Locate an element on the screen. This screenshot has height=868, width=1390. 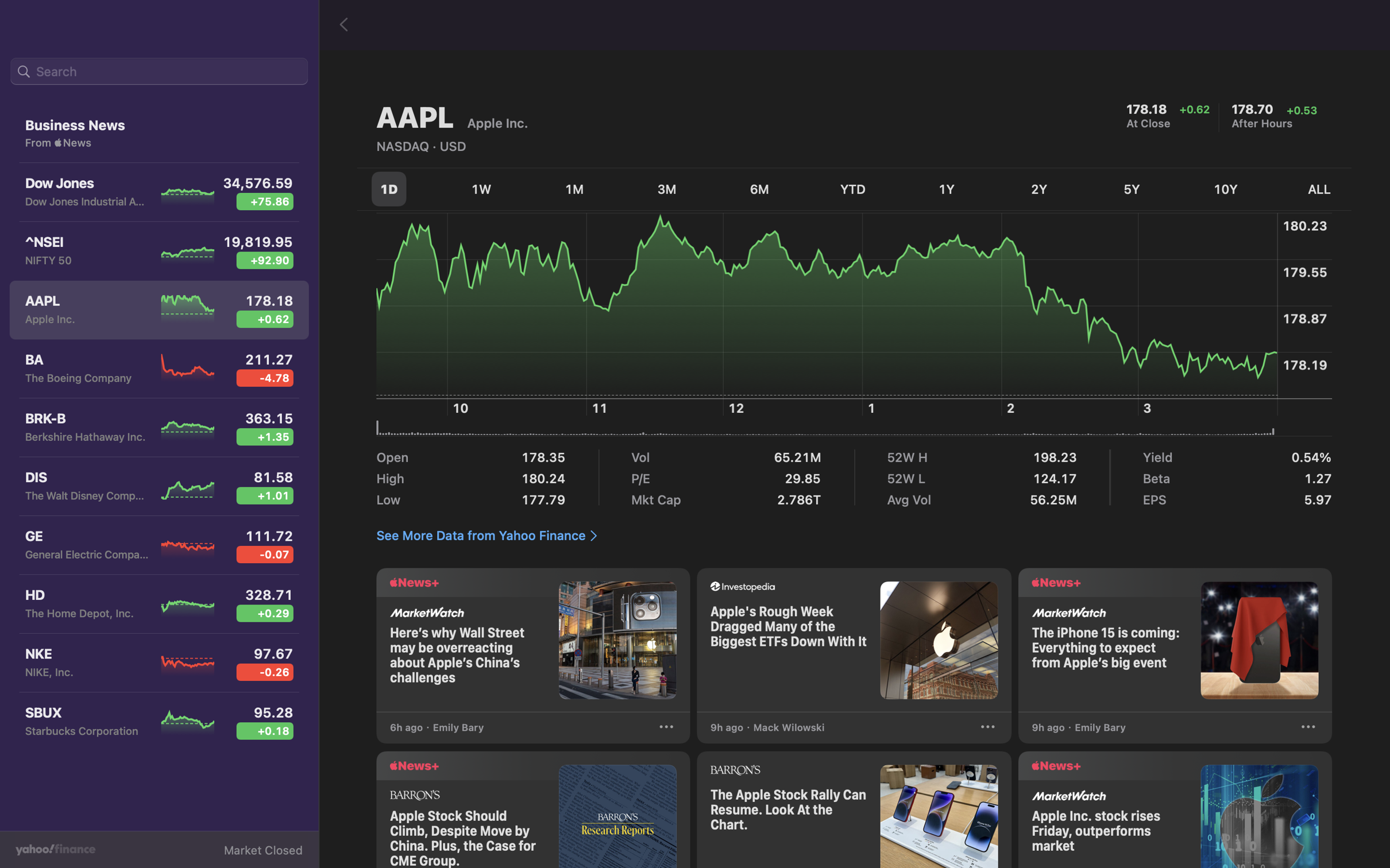
the "three dots" icon for additional options is located at coordinates (1307, 728).